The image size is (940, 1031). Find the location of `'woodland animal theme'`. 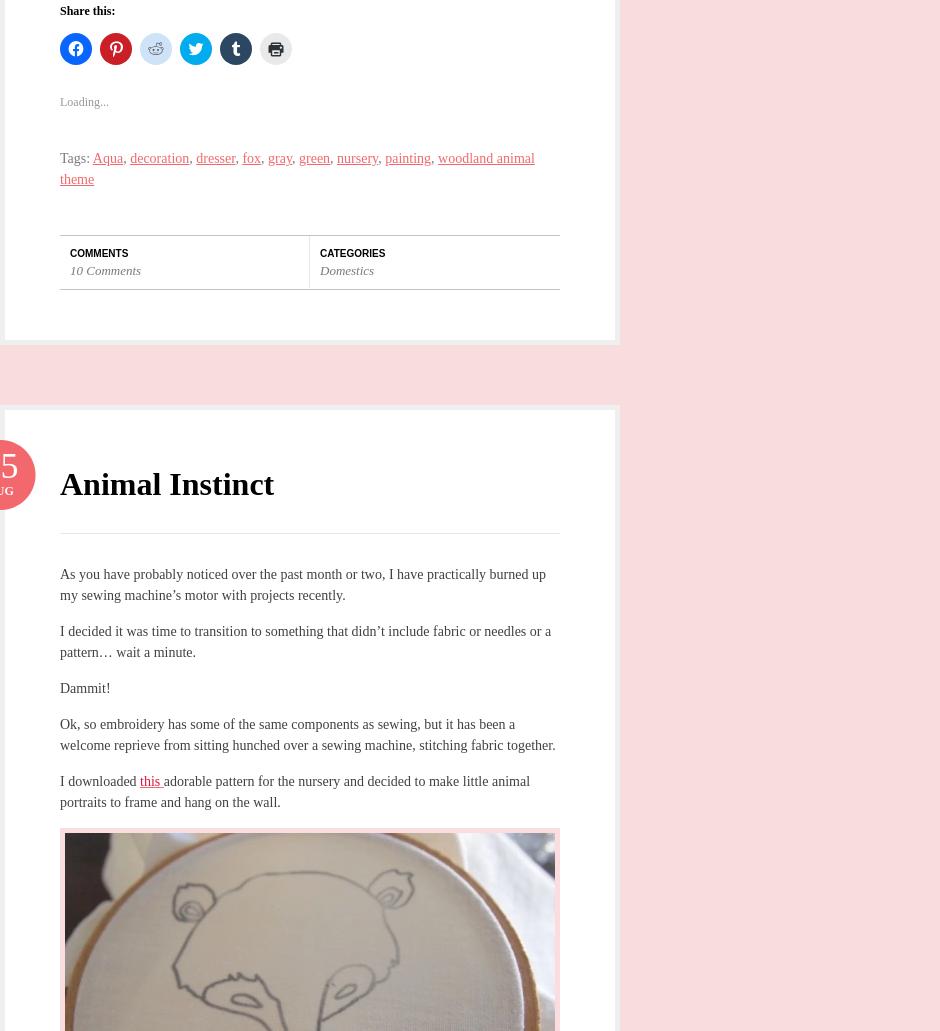

'woodland animal theme' is located at coordinates (296, 167).